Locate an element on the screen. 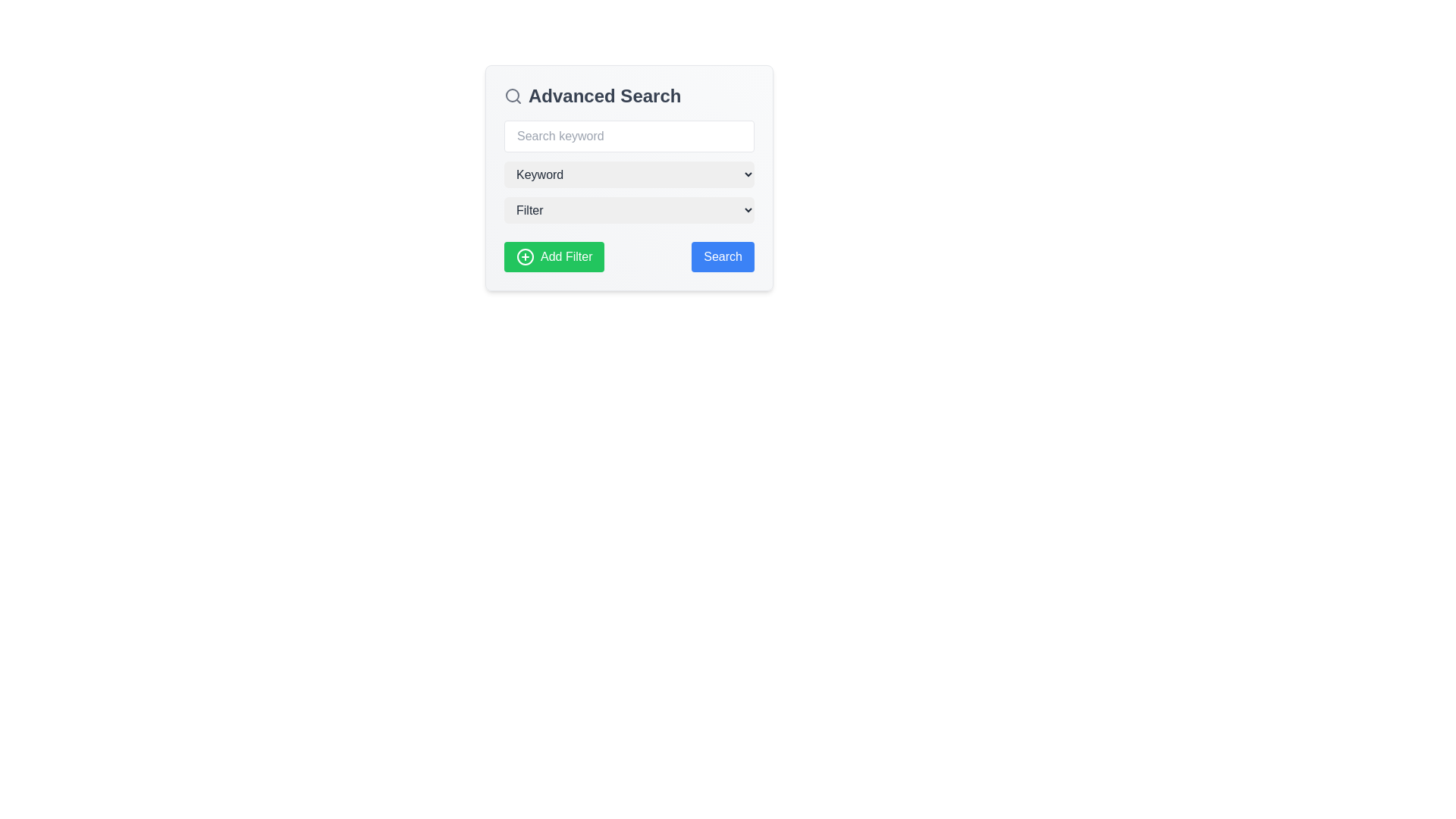 The height and width of the screenshot is (819, 1456). the circular element that forms the main body of the search icon within the 'Advanced Search' card at the top-left corner is located at coordinates (513, 96).